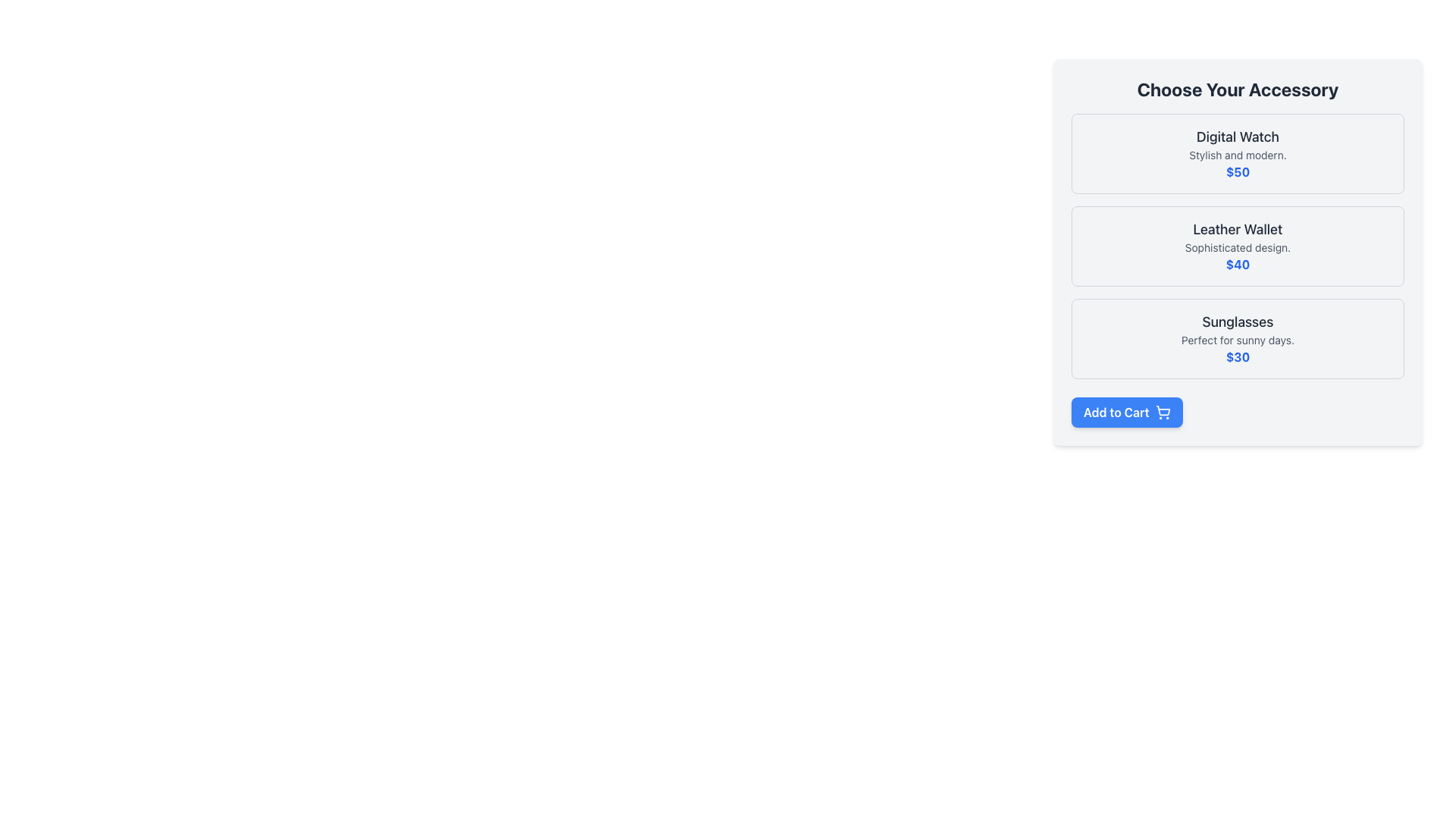  What do you see at coordinates (1238, 247) in the screenshot?
I see `the static text label displaying 'Sophisticated design.' which is located between the title 'Leather Wallet' and the price '$40' in the 'Choose Your Accessory' section` at bounding box center [1238, 247].